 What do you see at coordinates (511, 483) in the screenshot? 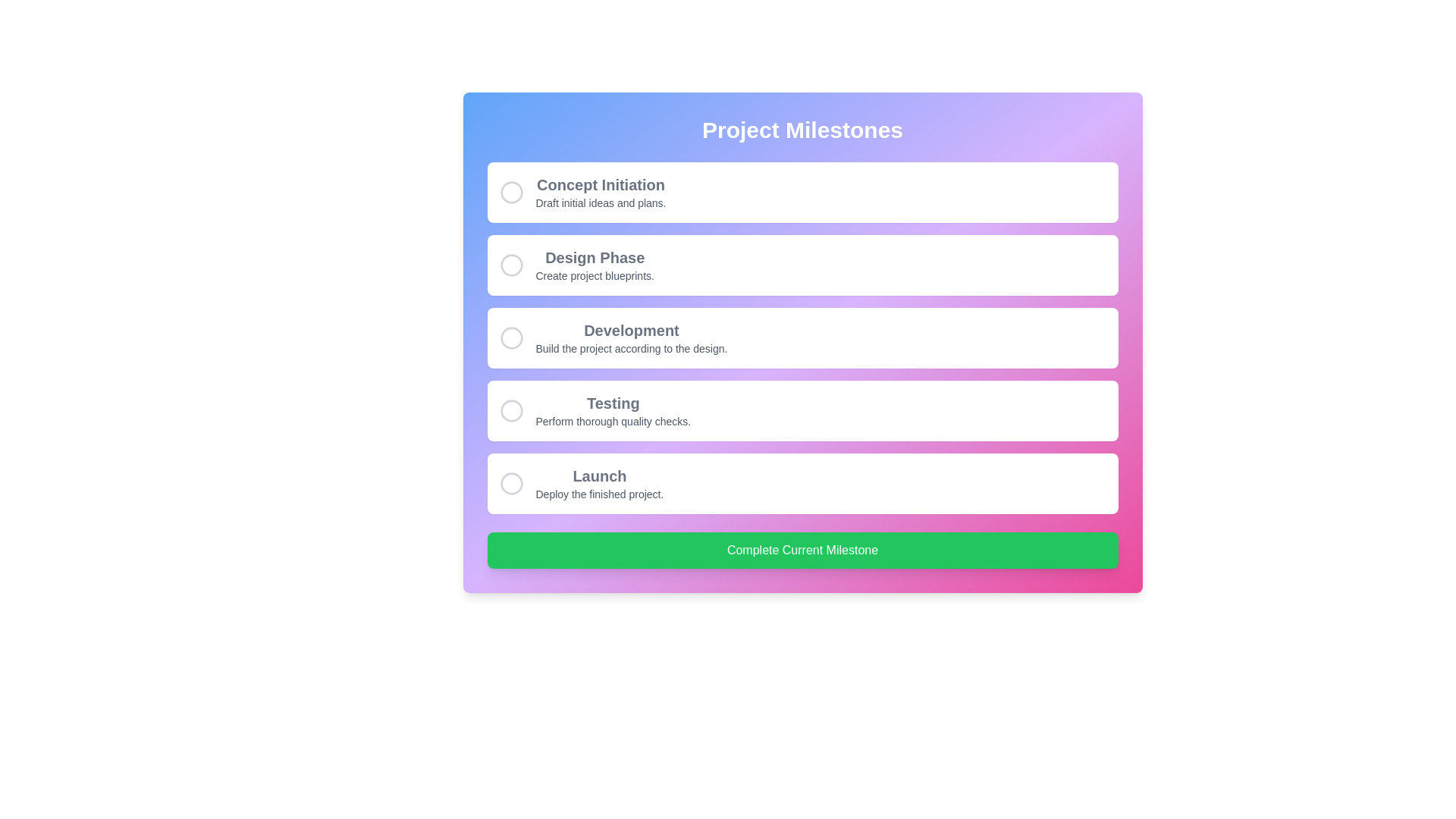
I see `the circular icon representing the 'Launch' milestone to indicate its status or completion` at bounding box center [511, 483].